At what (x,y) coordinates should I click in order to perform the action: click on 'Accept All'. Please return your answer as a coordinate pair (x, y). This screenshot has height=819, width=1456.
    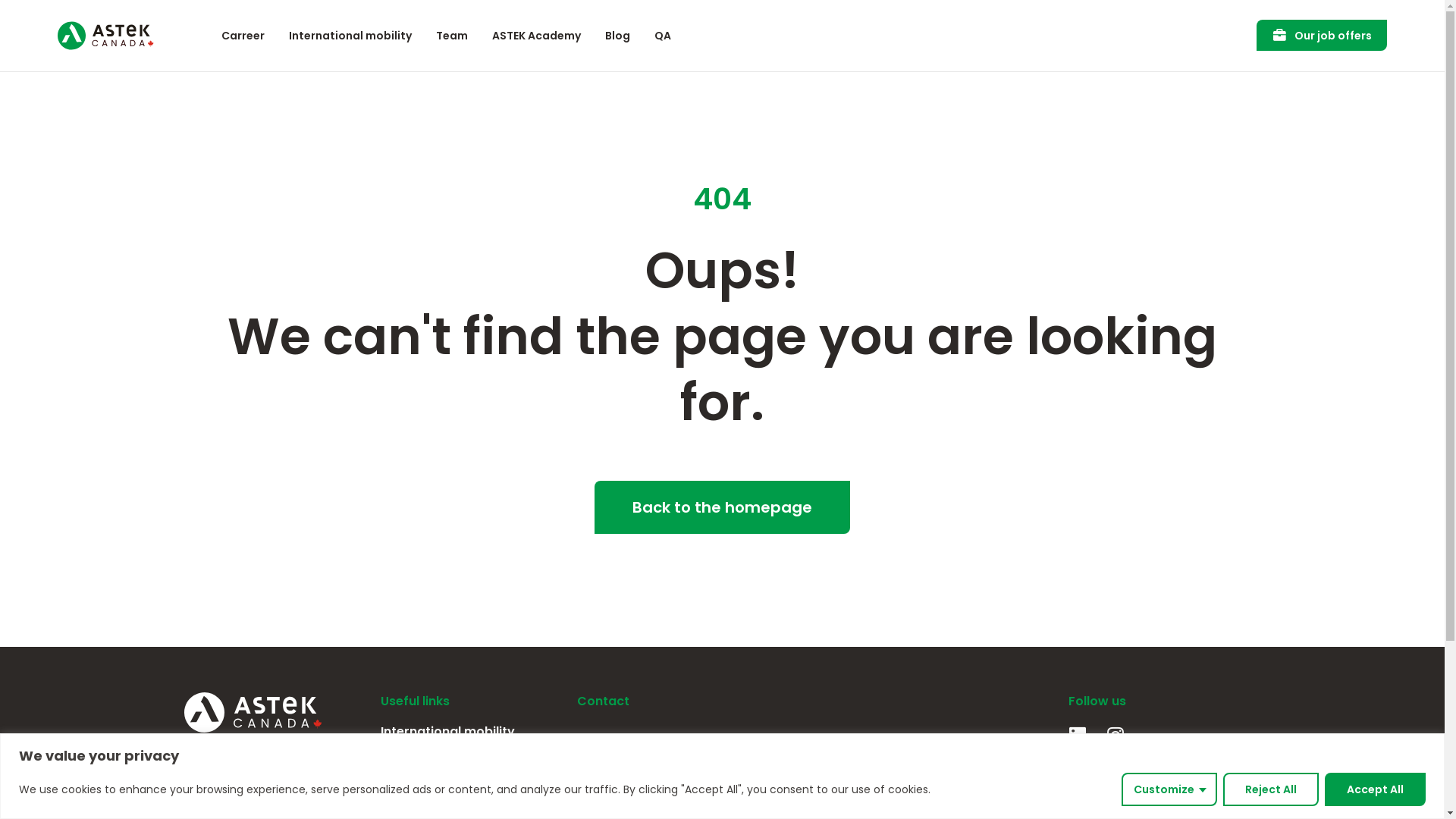
    Looking at the image, I should click on (1375, 788).